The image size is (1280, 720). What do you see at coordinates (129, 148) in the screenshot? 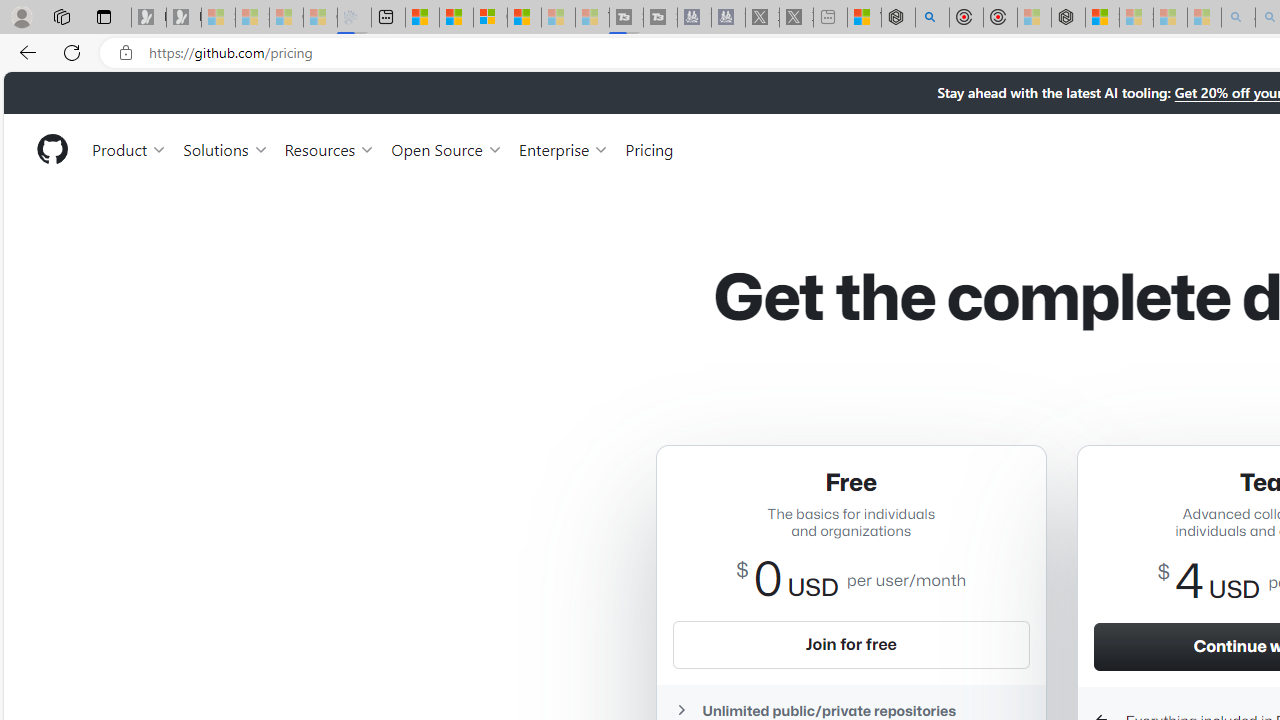
I see `'Product'` at bounding box center [129, 148].